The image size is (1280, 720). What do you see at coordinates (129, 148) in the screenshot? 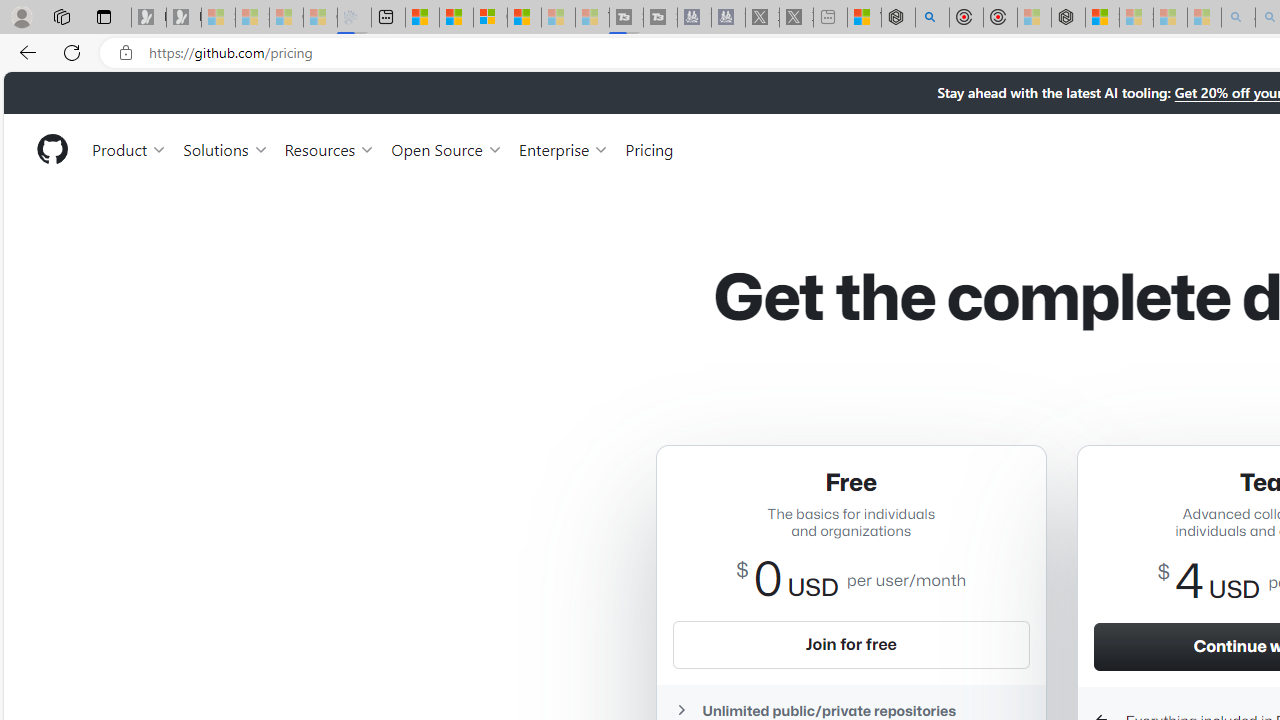
I see `'Product'` at bounding box center [129, 148].